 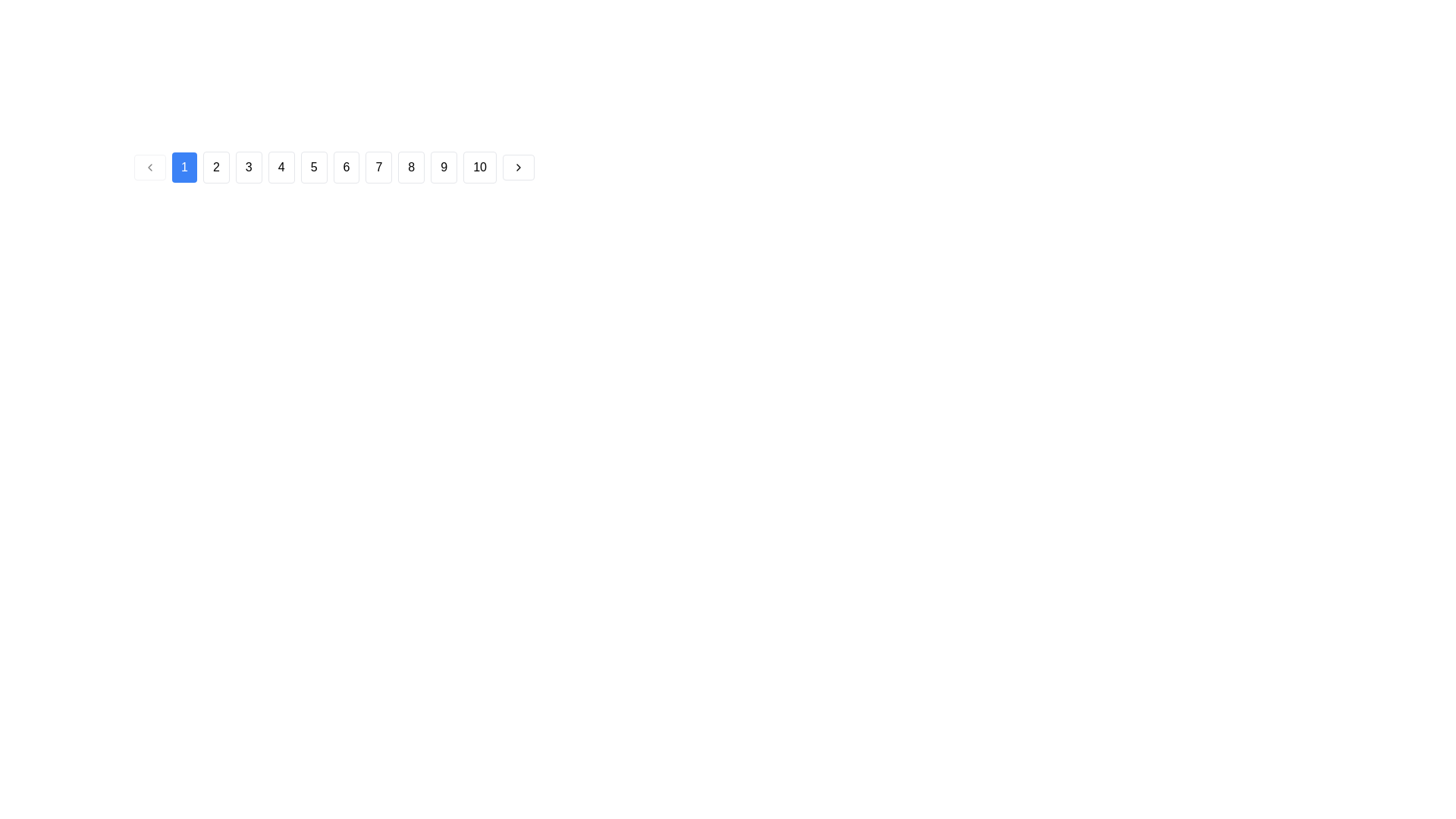 What do you see at coordinates (149, 167) in the screenshot?
I see `the chevron icon which serves as the 'previous' button for navigating to the previous page in the pagination row` at bounding box center [149, 167].